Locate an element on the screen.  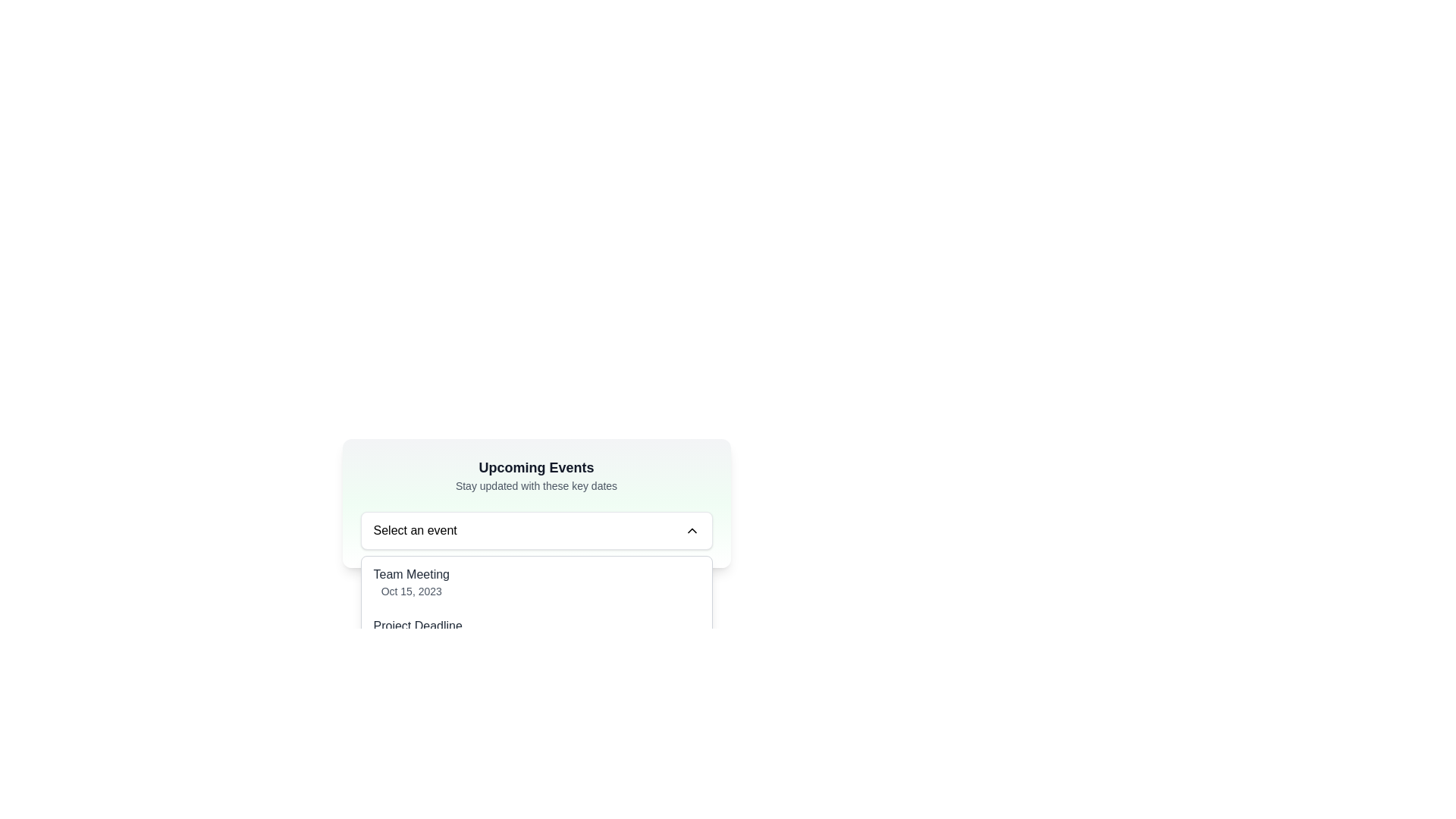
the upward arrow-shaped icon, which is the rightmost component of the 'Select an event' button, to indicate focus is located at coordinates (691, 529).